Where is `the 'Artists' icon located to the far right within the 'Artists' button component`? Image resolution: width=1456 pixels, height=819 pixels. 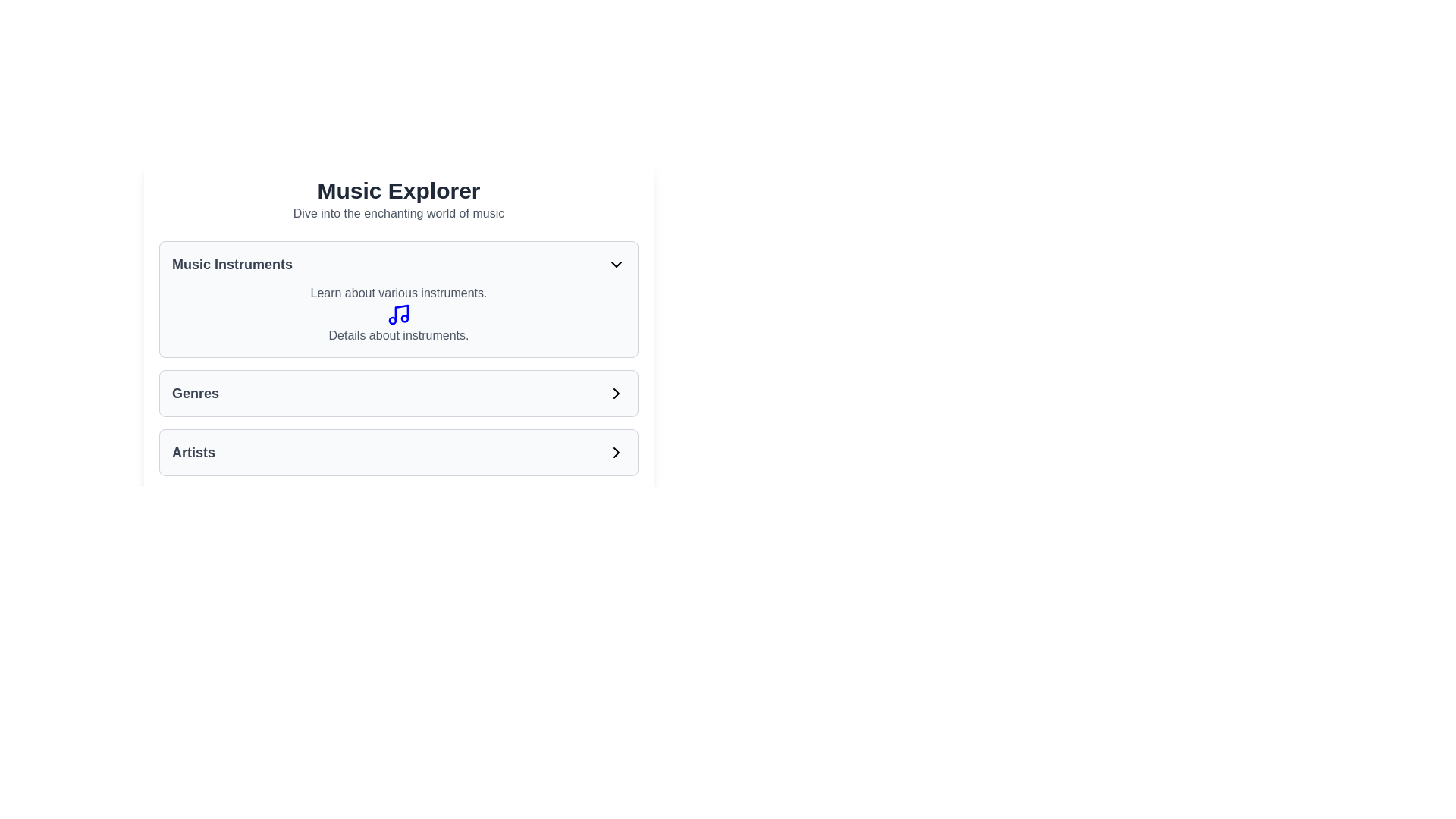
the 'Artists' icon located to the far right within the 'Artists' button component is located at coordinates (616, 452).